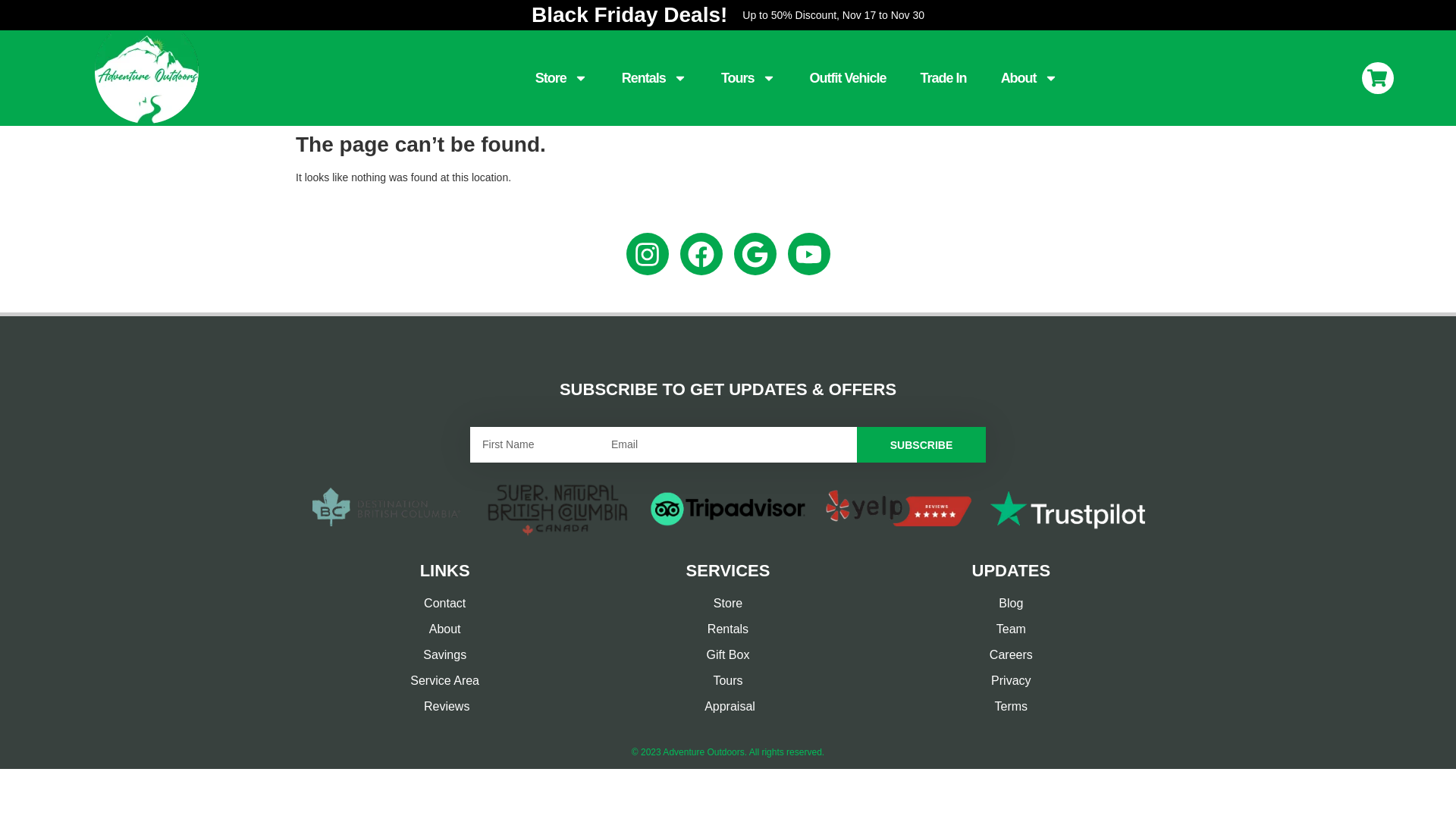 The image size is (1456, 819). What do you see at coordinates (726, 680) in the screenshot?
I see `'Tours'` at bounding box center [726, 680].